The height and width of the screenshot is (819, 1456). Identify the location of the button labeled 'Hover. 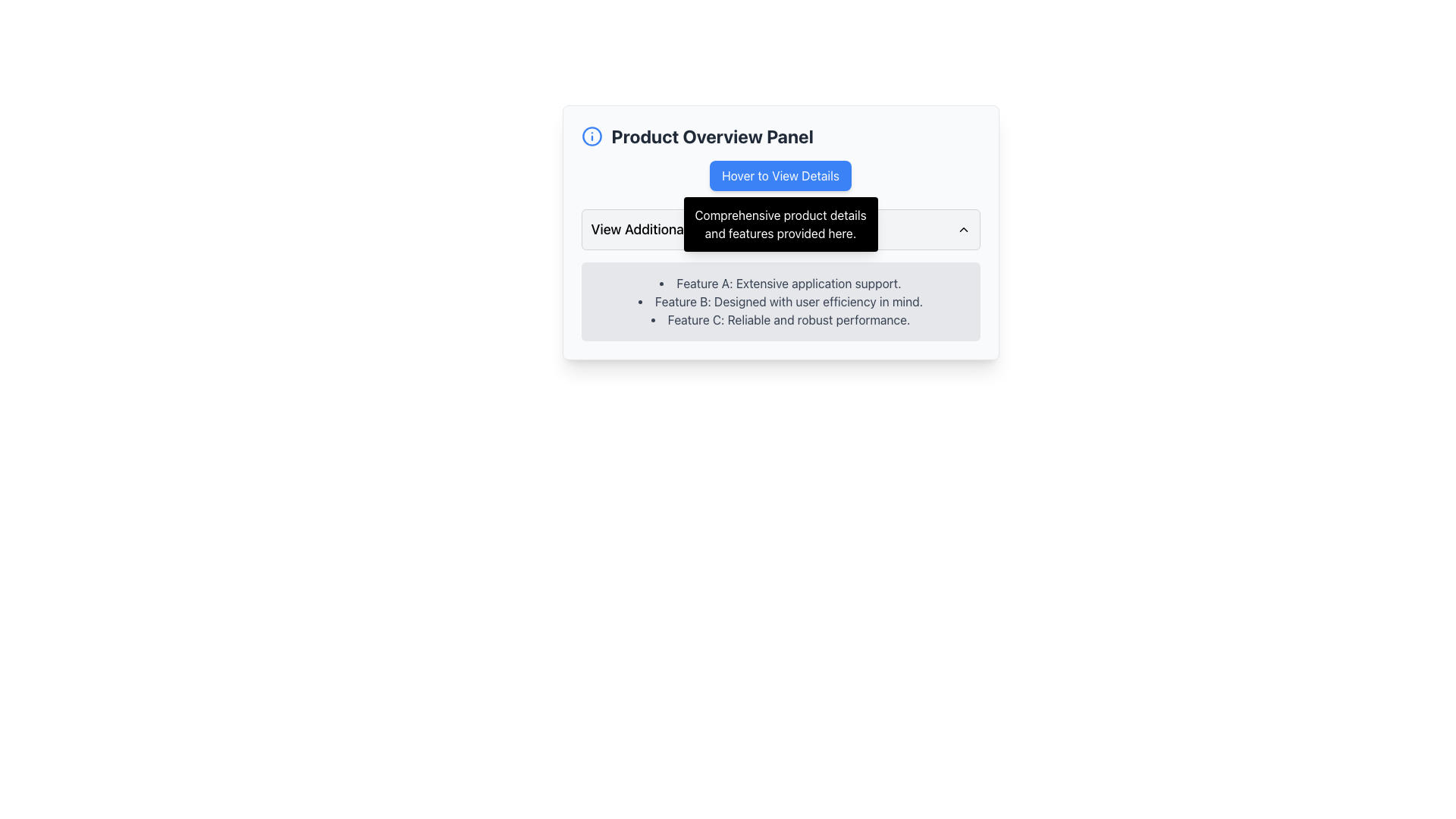
(780, 174).